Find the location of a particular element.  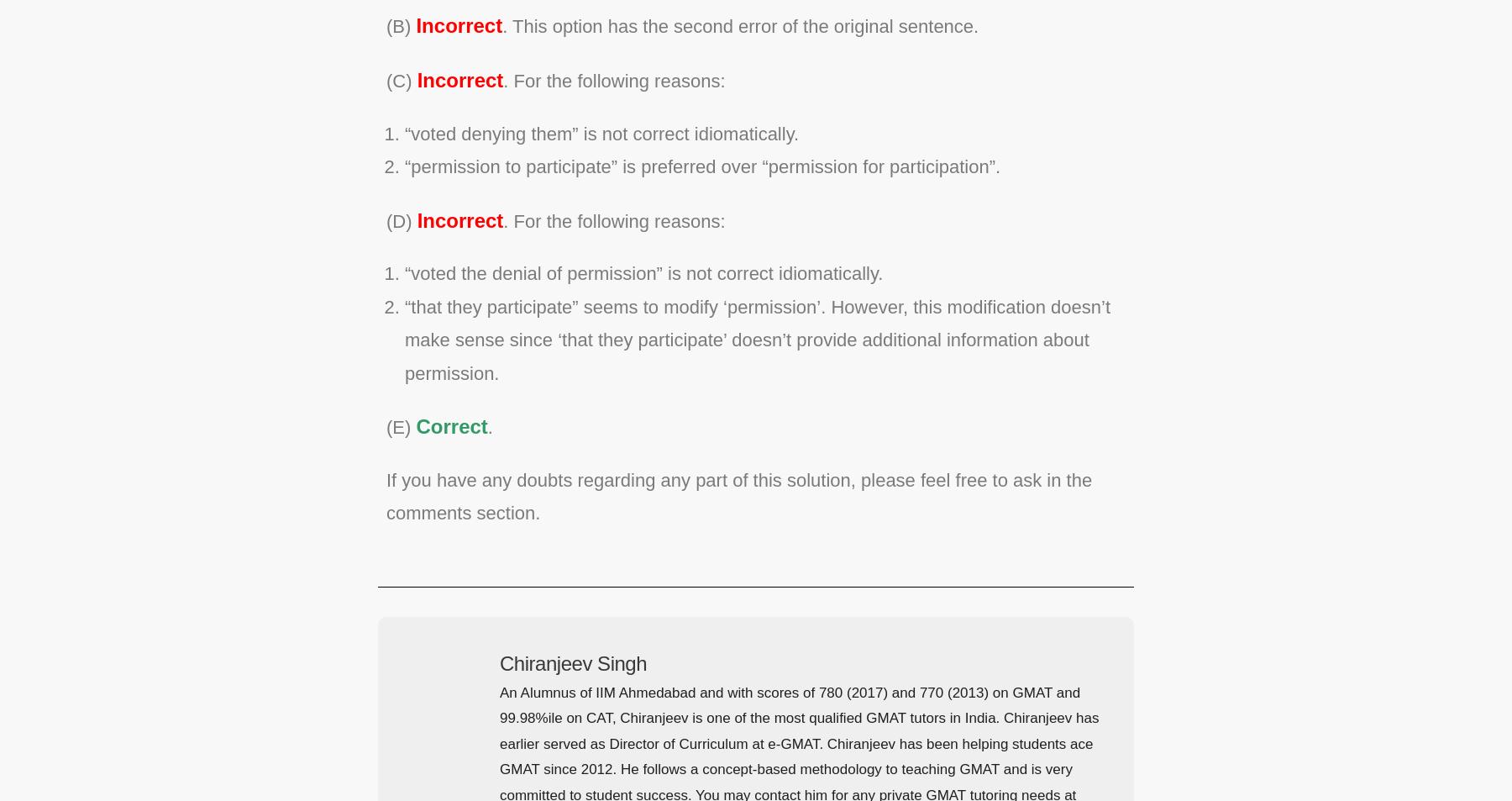

'“voted the denial of permission” is not correct idiomatically.' is located at coordinates (644, 272).